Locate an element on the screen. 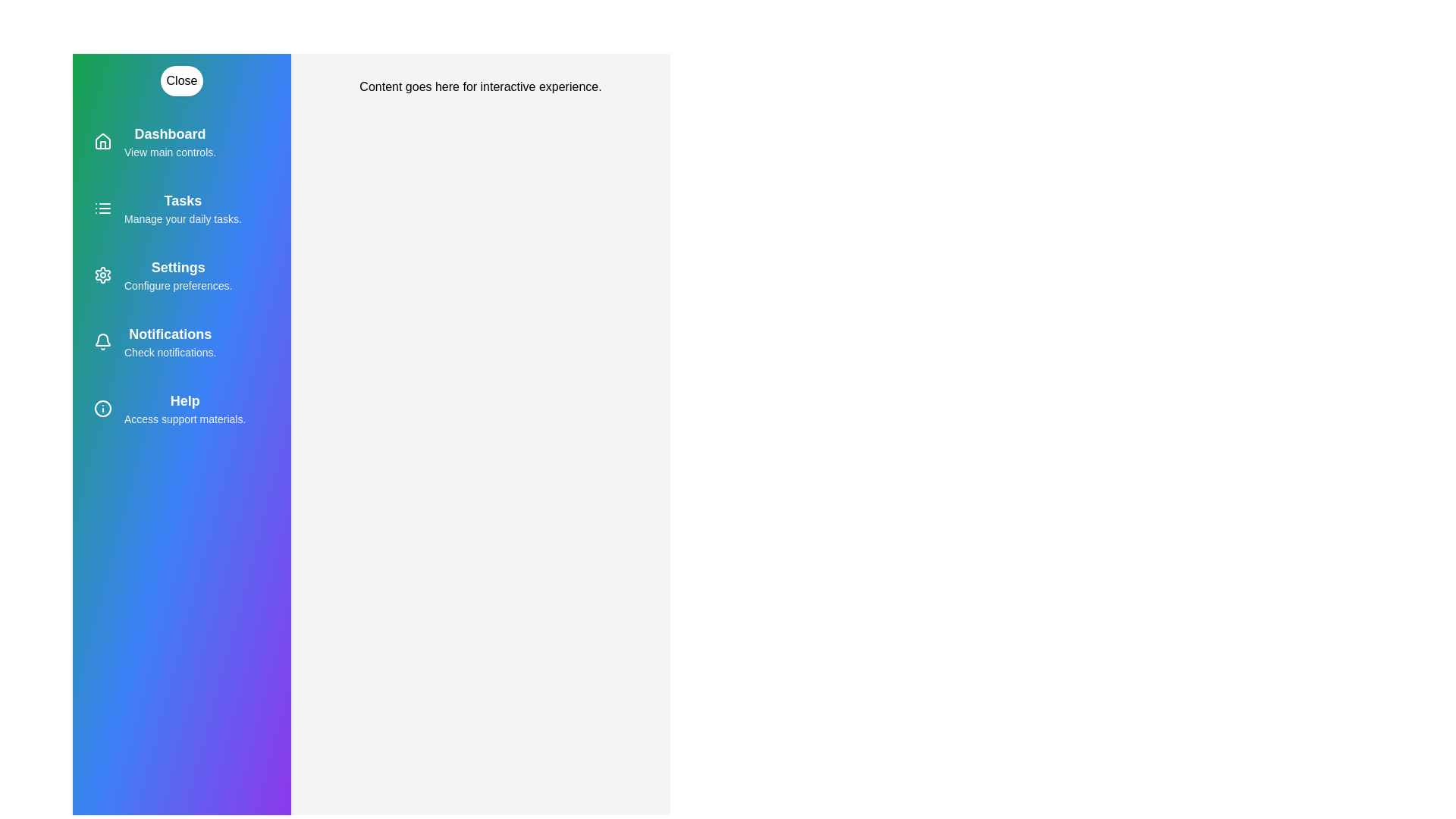  the menu item labeled Dashboard to navigate is located at coordinates (182, 141).